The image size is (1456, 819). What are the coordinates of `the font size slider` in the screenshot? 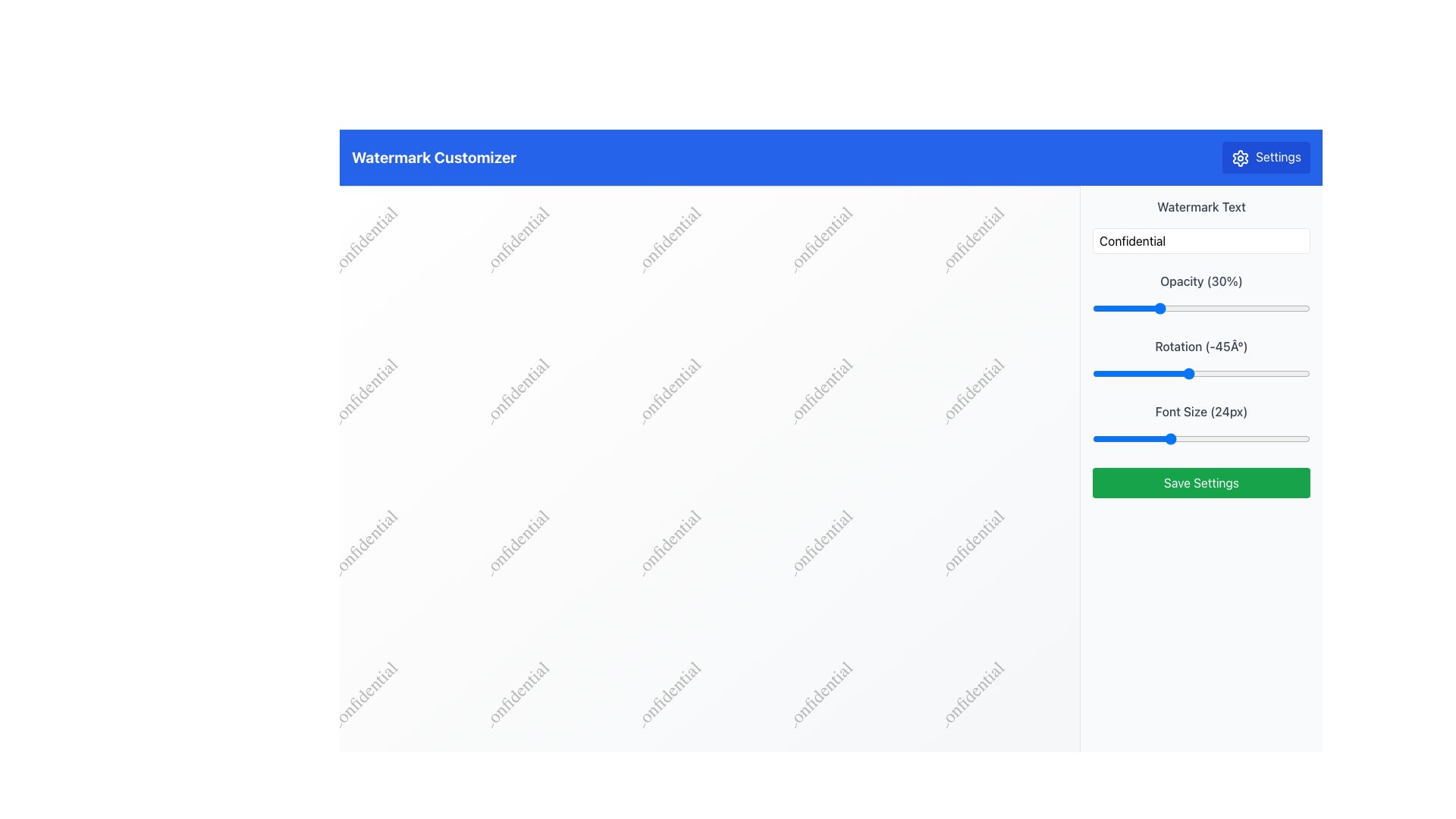 It's located at (1211, 438).